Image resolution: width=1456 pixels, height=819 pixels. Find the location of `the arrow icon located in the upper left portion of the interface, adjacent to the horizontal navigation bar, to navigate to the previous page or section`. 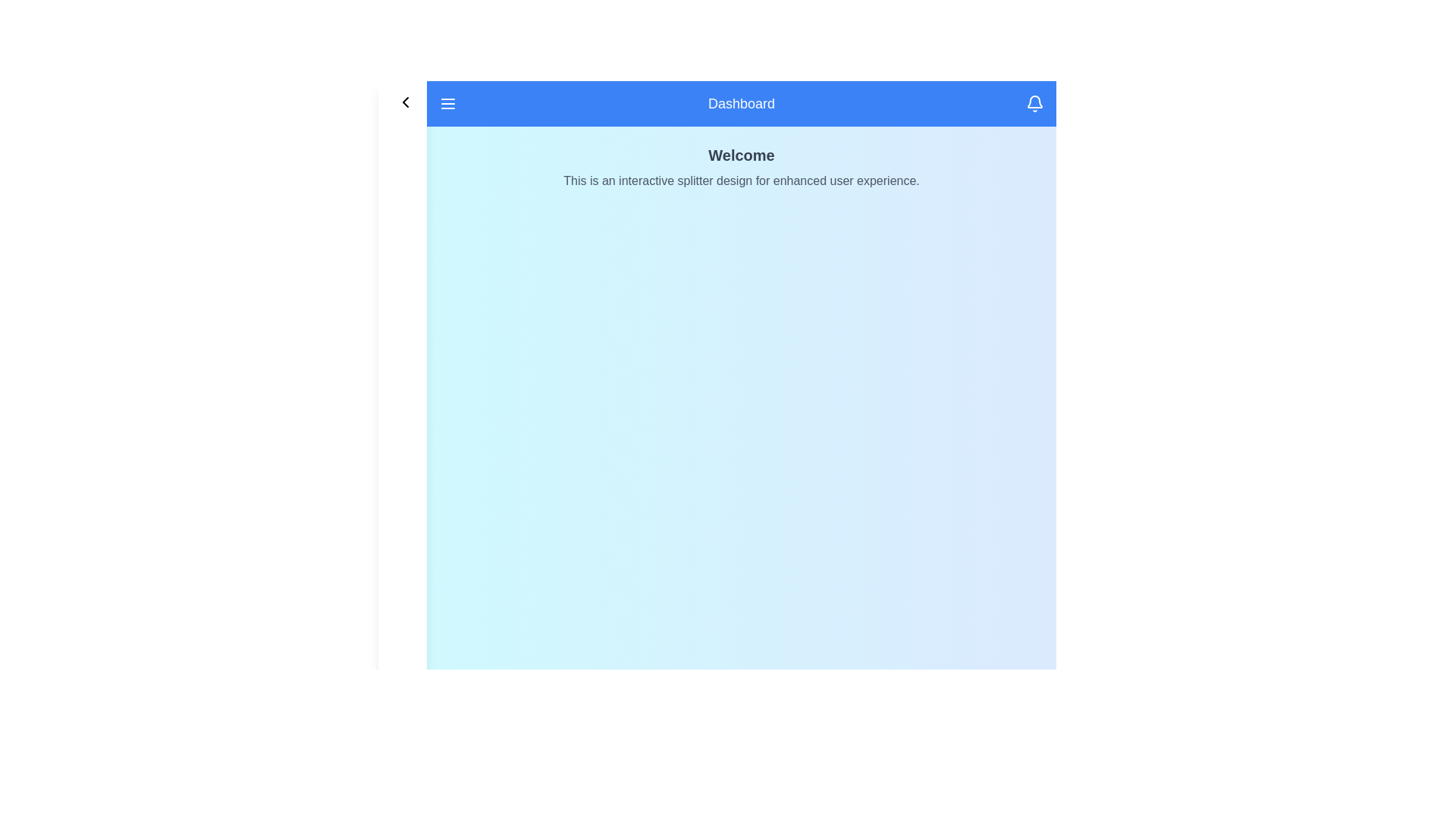

the arrow icon located in the upper left portion of the interface, adjacent to the horizontal navigation bar, to navigate to the previous page or section is located at coordinates (405, 102).